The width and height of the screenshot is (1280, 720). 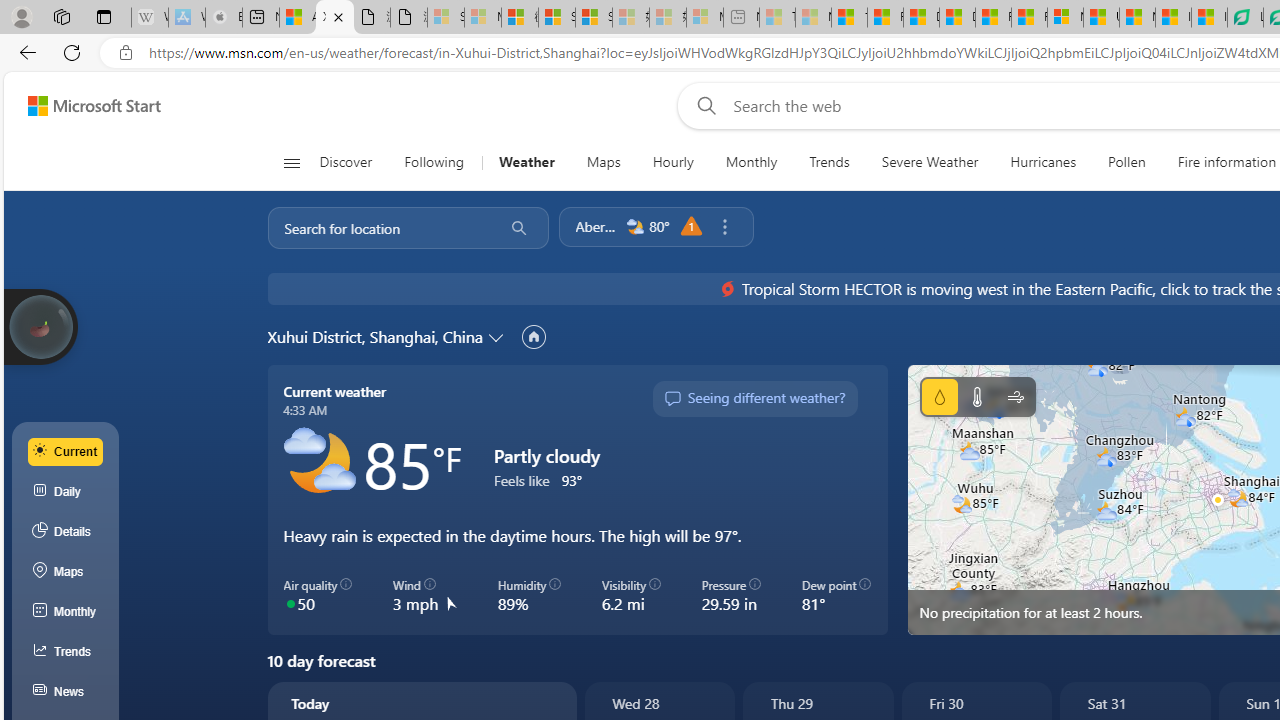 I want to click on 'Monthly', so click(x=750, y=162).